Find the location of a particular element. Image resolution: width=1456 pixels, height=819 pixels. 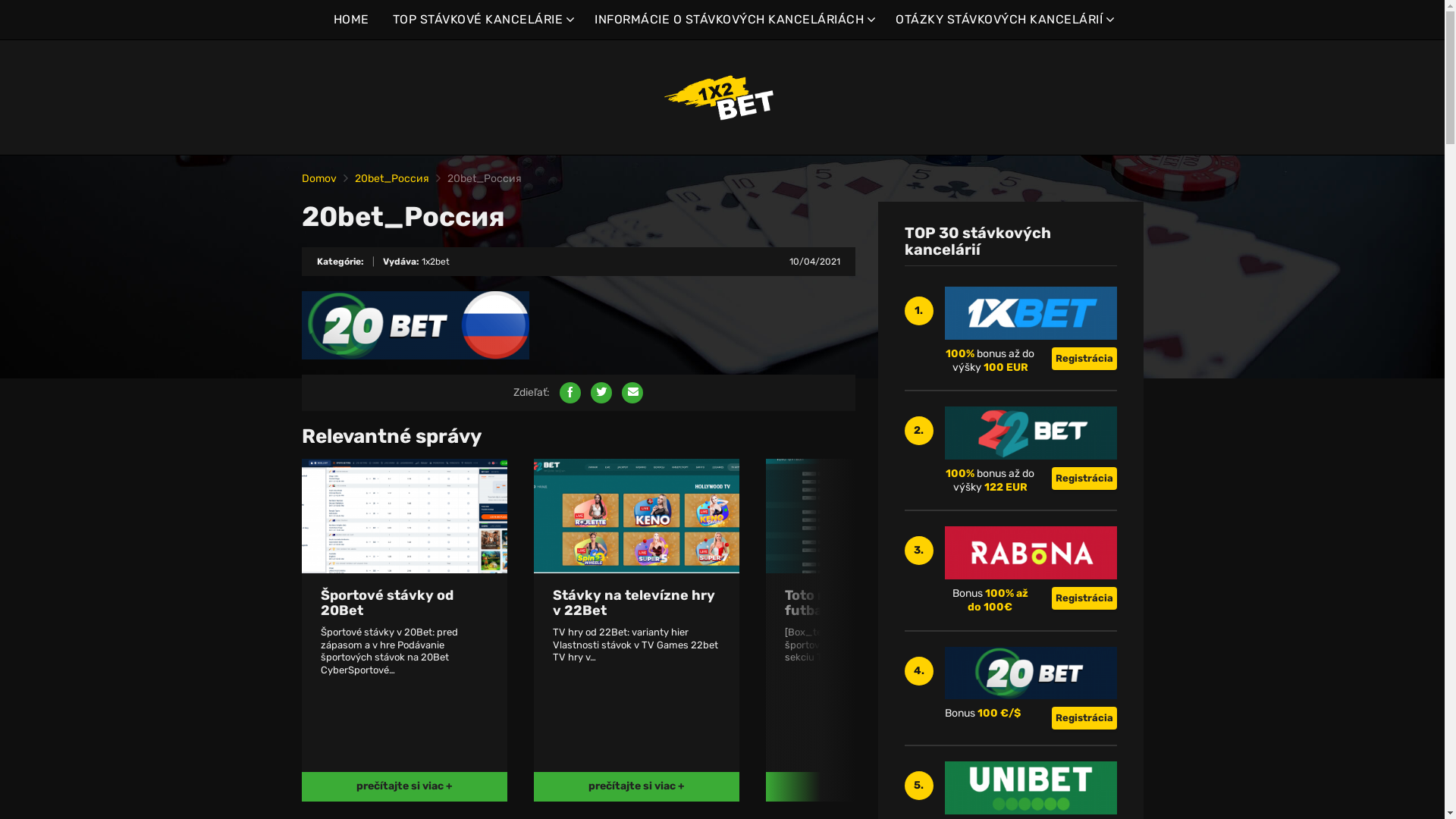

'Share by email' is located at coordinates (622, 391).